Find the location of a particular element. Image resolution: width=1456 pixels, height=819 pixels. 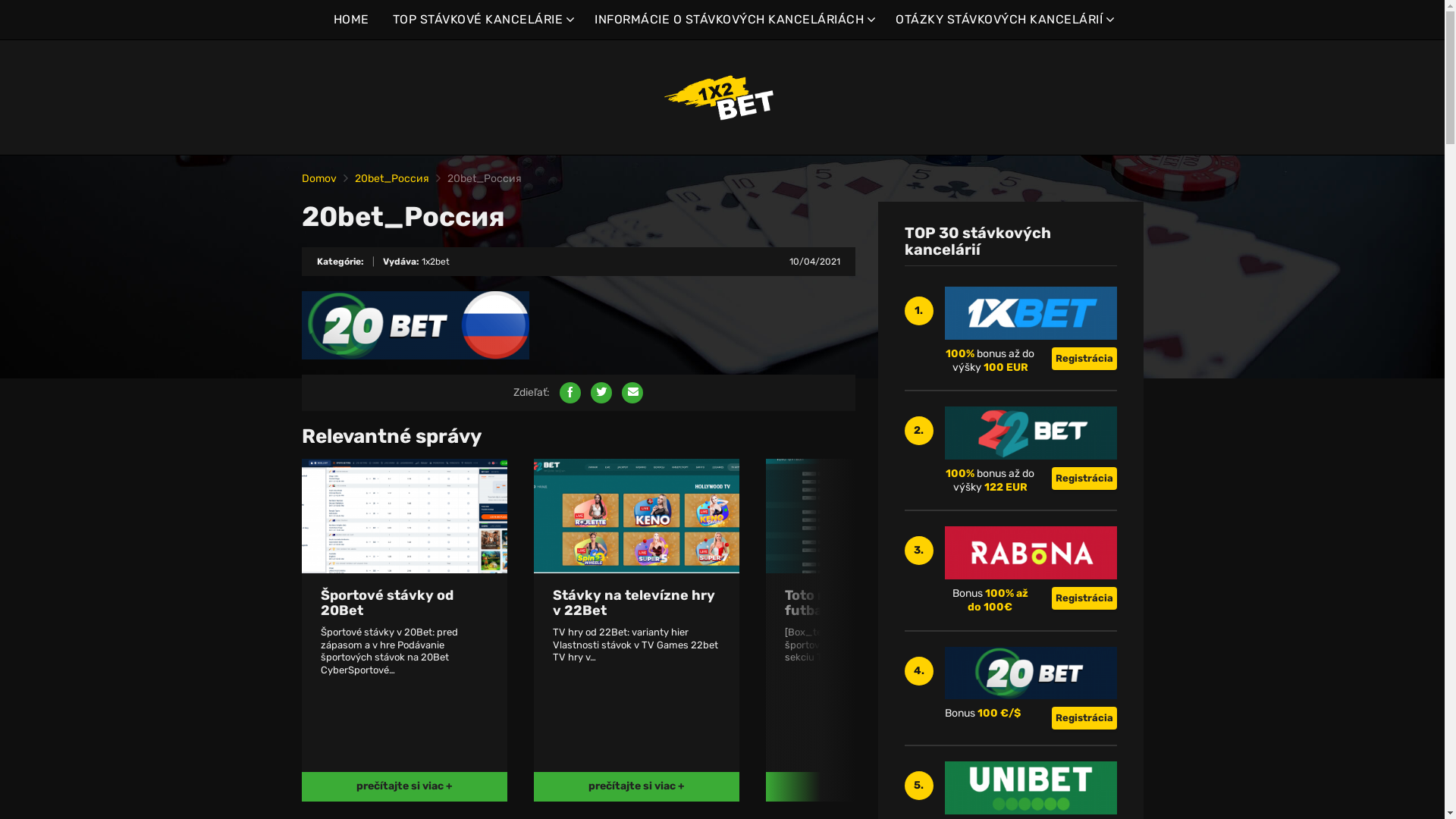

'Share by email' is located at coordinates (622, 391).